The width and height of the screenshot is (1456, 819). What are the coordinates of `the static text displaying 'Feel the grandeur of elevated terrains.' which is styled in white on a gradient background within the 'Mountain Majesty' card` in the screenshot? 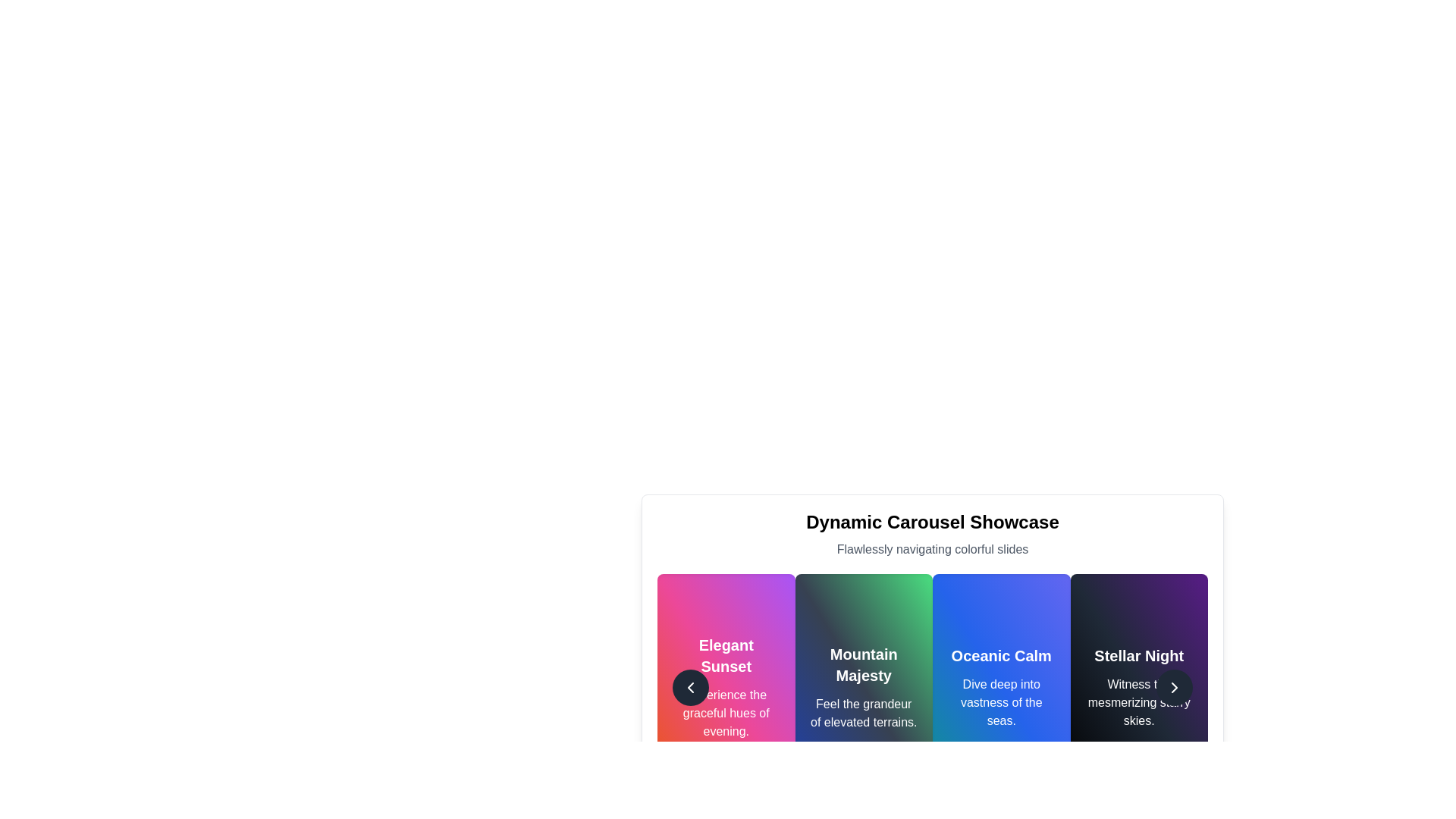 It's located at (864, 714).